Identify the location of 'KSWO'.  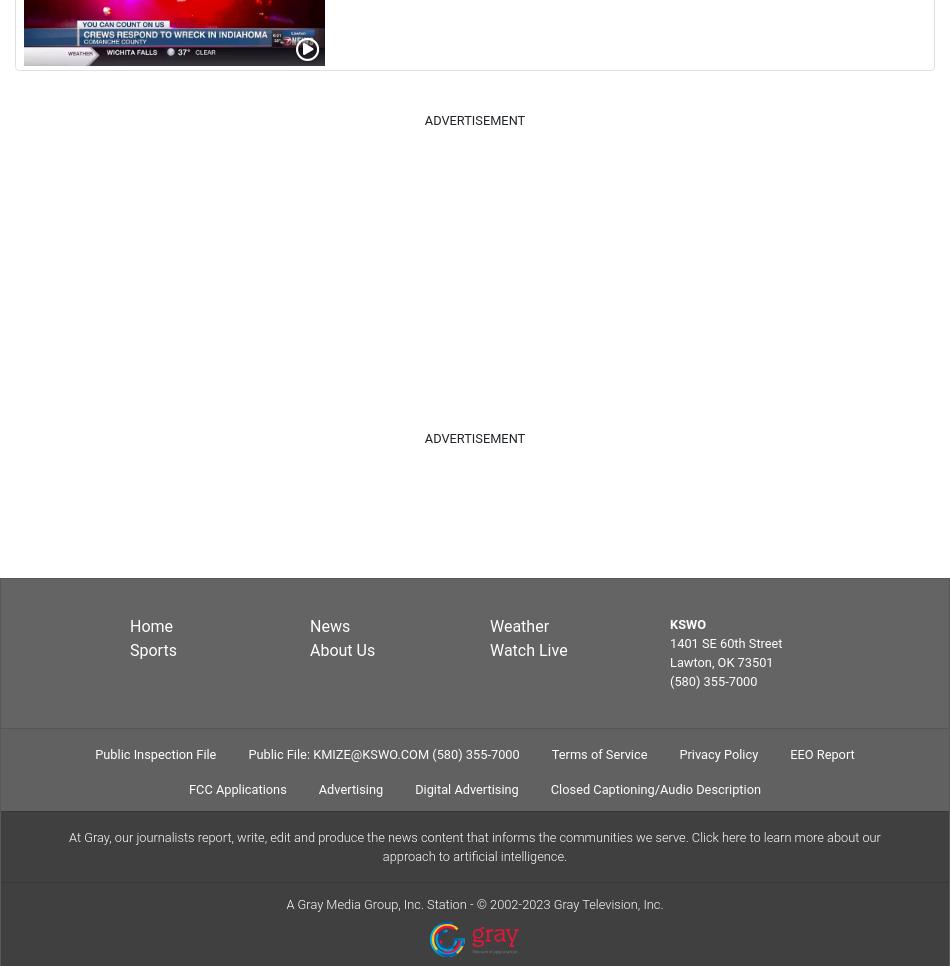
(687, 622).